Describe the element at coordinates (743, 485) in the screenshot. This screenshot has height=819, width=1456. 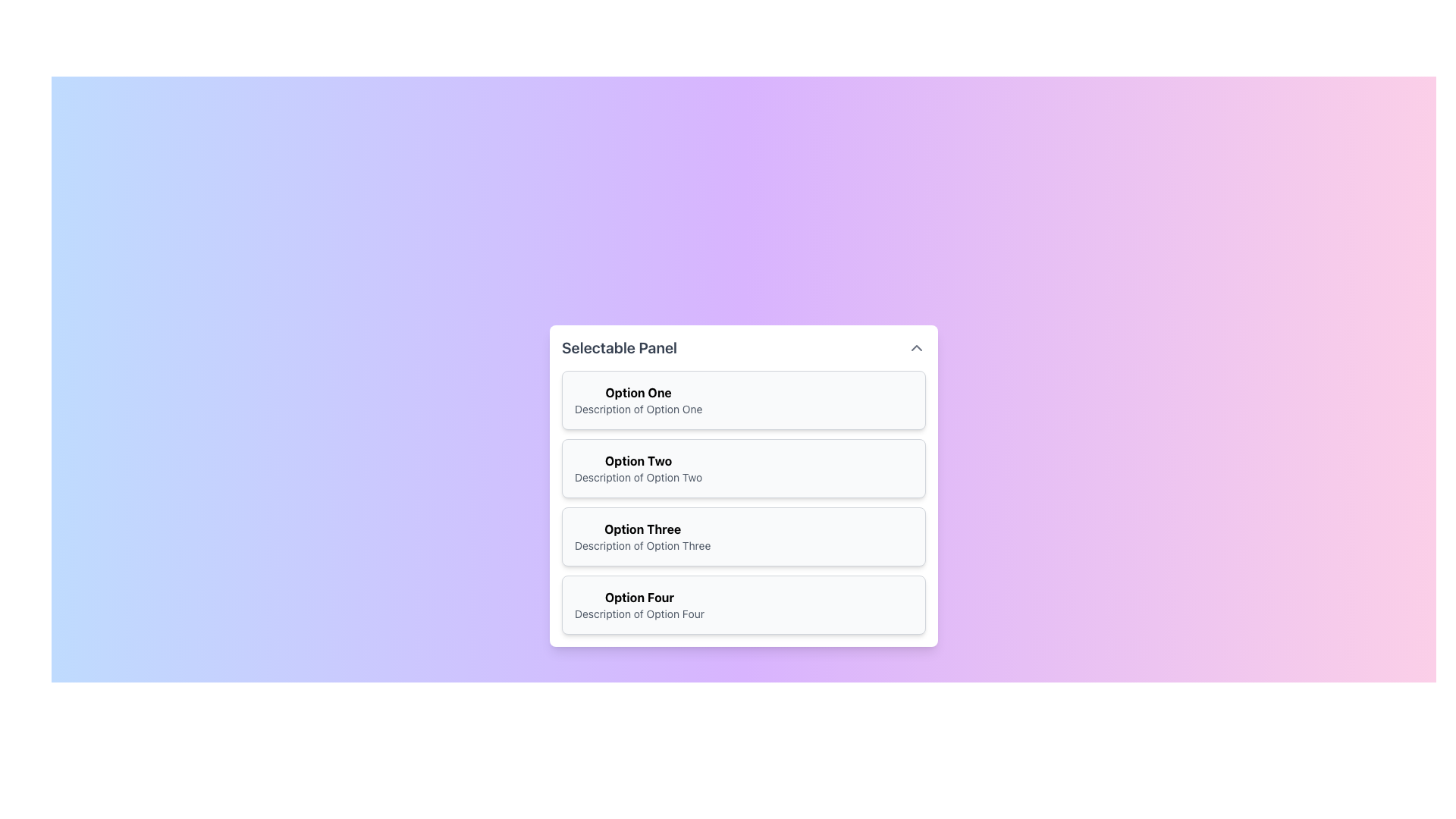
I see `the selectable list item labeled 'Option Two'` at that location.